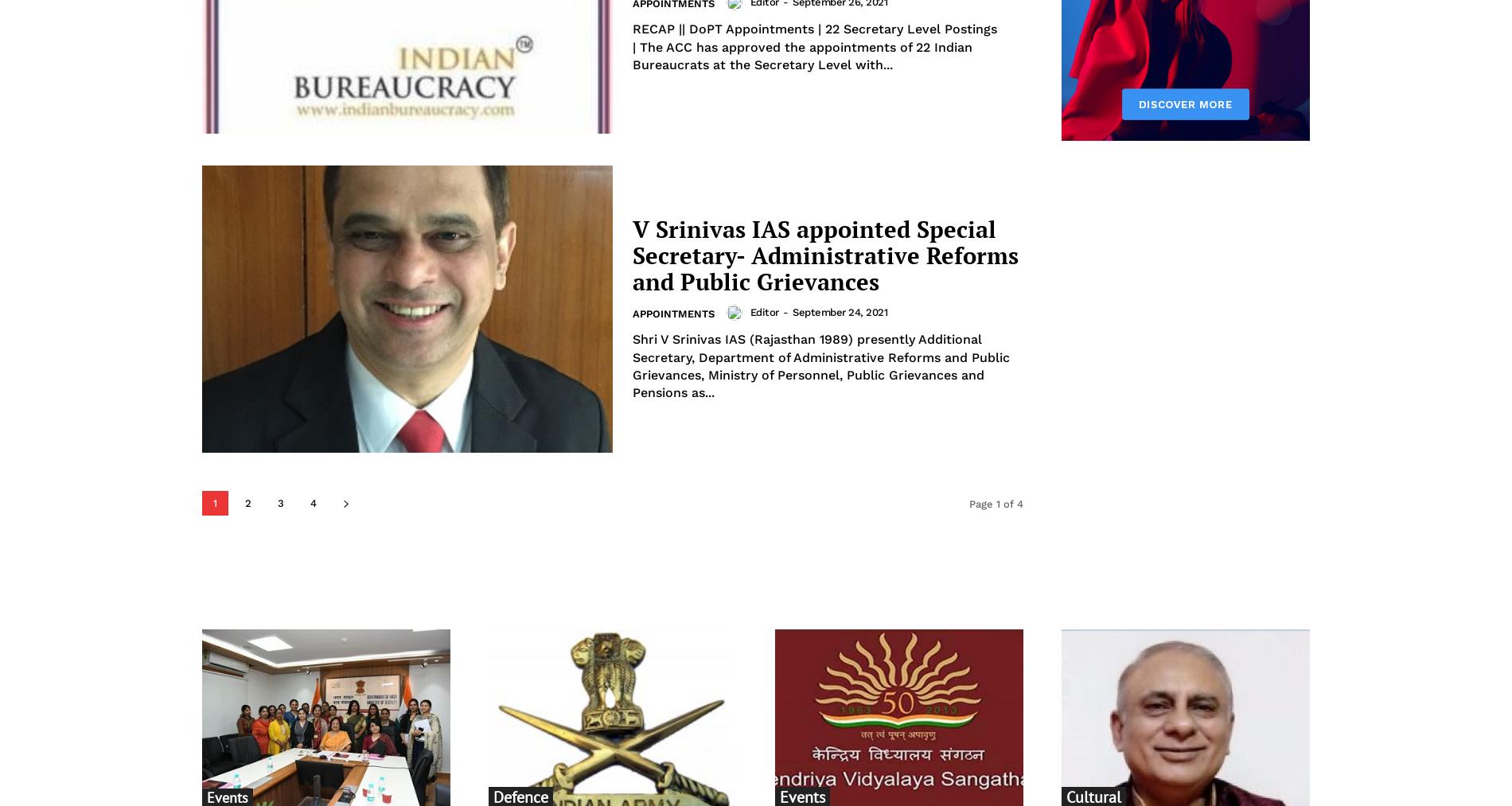  Describe the element at coordinates (995, 503) in the screenshot. I see `'Page 1 of 4'` at that location.